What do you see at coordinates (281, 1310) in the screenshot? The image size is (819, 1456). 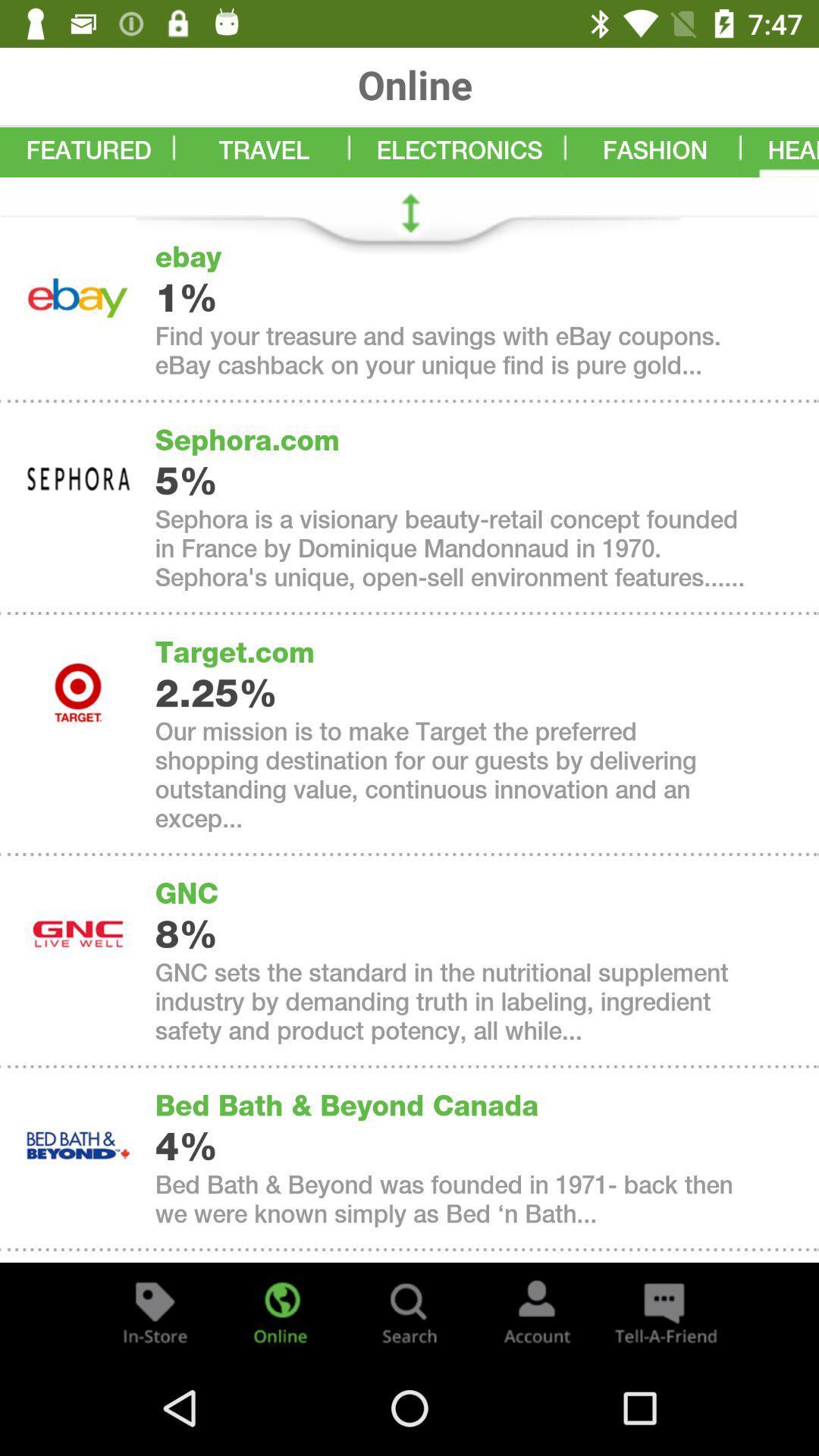 I see `the globe icon` at bounding box center [281, 1310].